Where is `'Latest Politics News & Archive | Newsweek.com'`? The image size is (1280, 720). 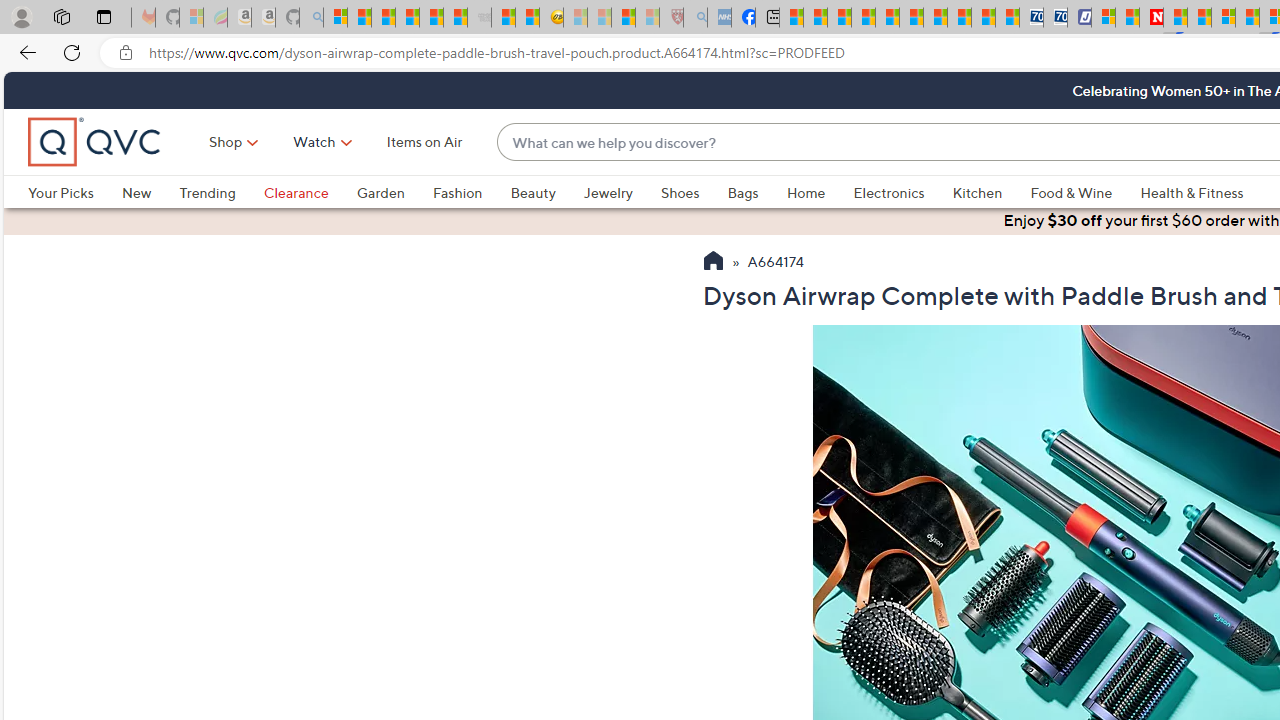
'Latest Politics News & Archive | Newsweek.com' is located at coordinates (1152, 17).